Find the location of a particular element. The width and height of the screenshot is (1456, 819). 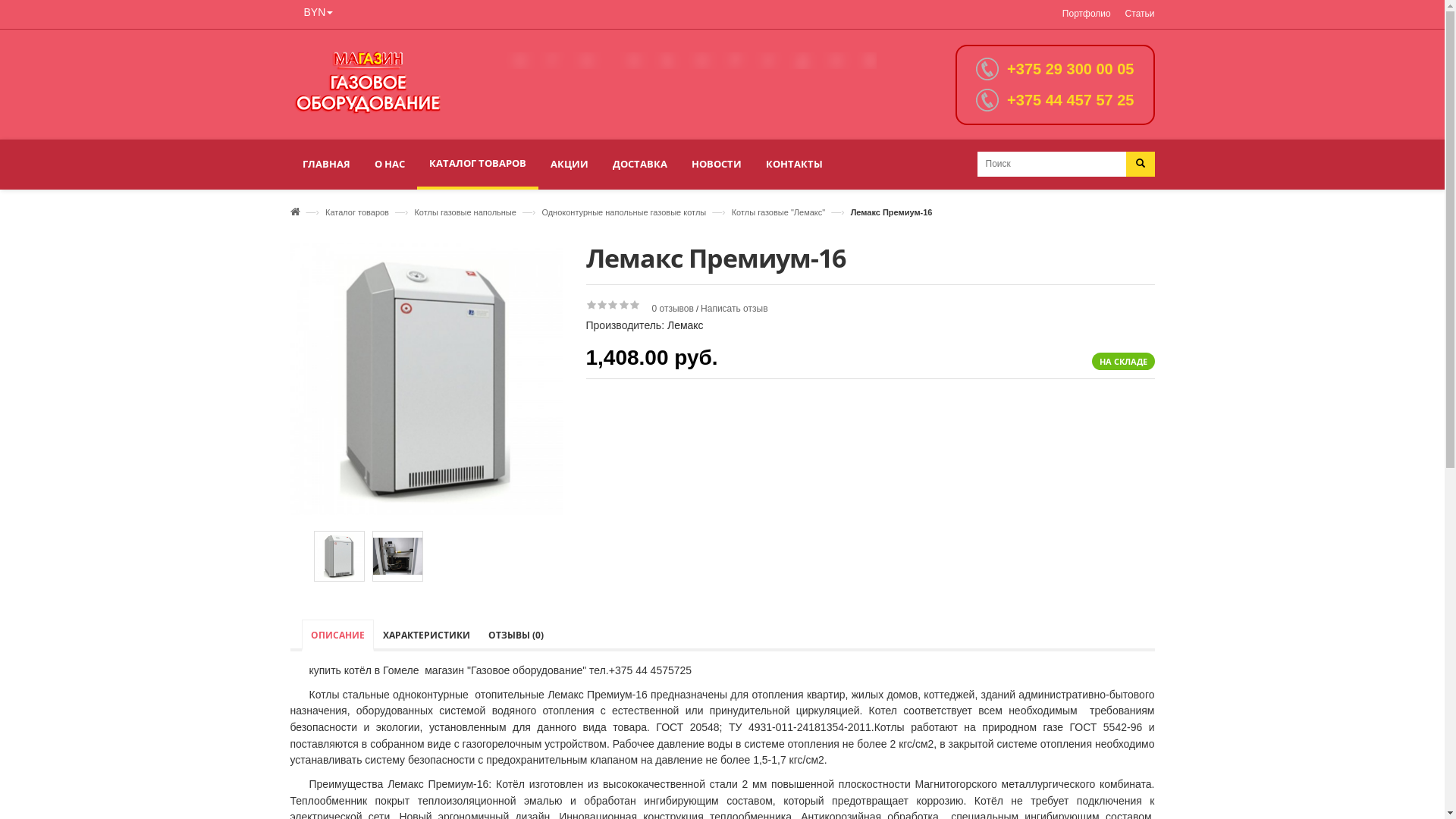

'BYN' is located at coordinates (317, 11).